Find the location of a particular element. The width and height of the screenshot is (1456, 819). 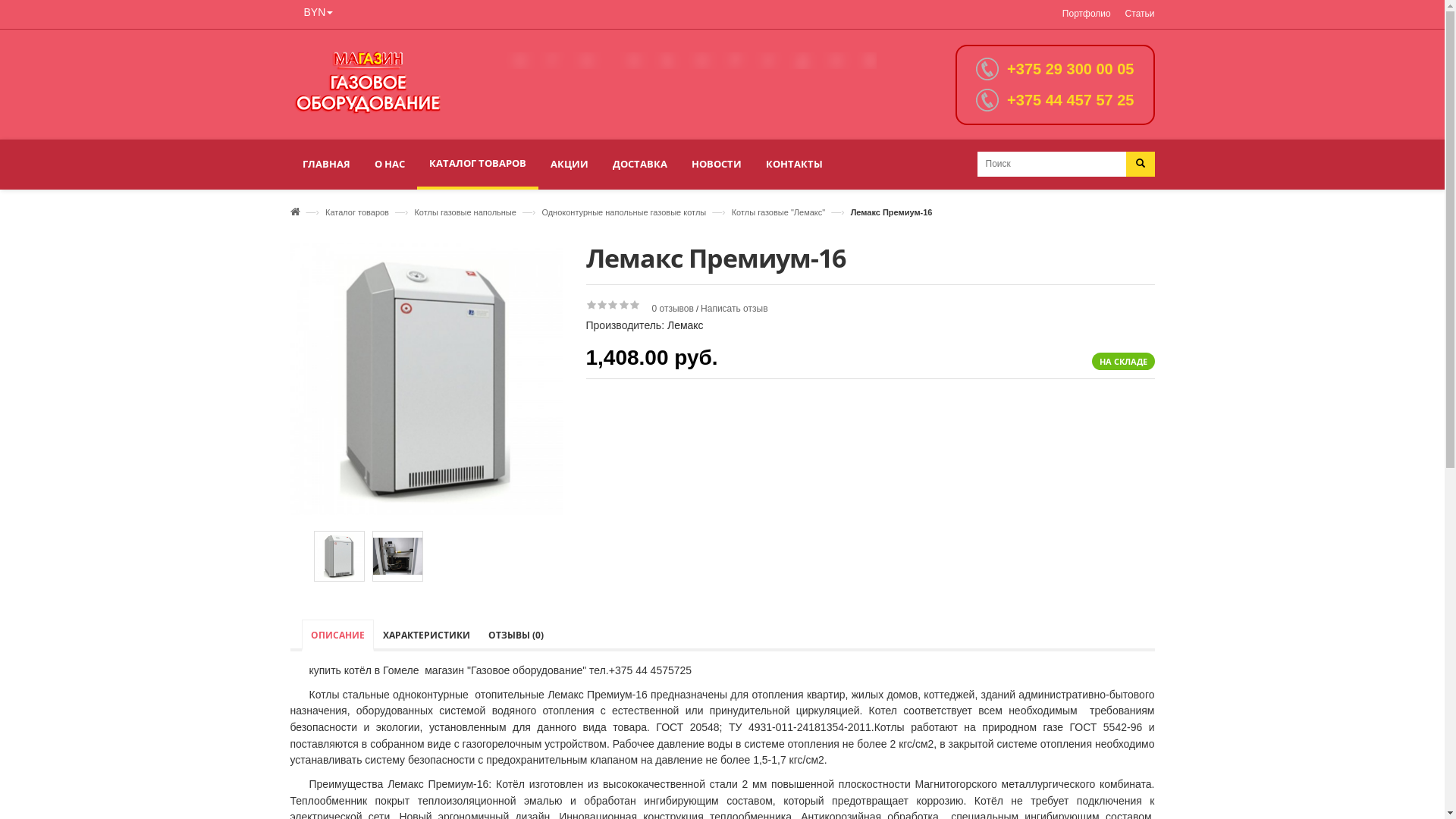

'BYN' is located at coordinates (317, 11).